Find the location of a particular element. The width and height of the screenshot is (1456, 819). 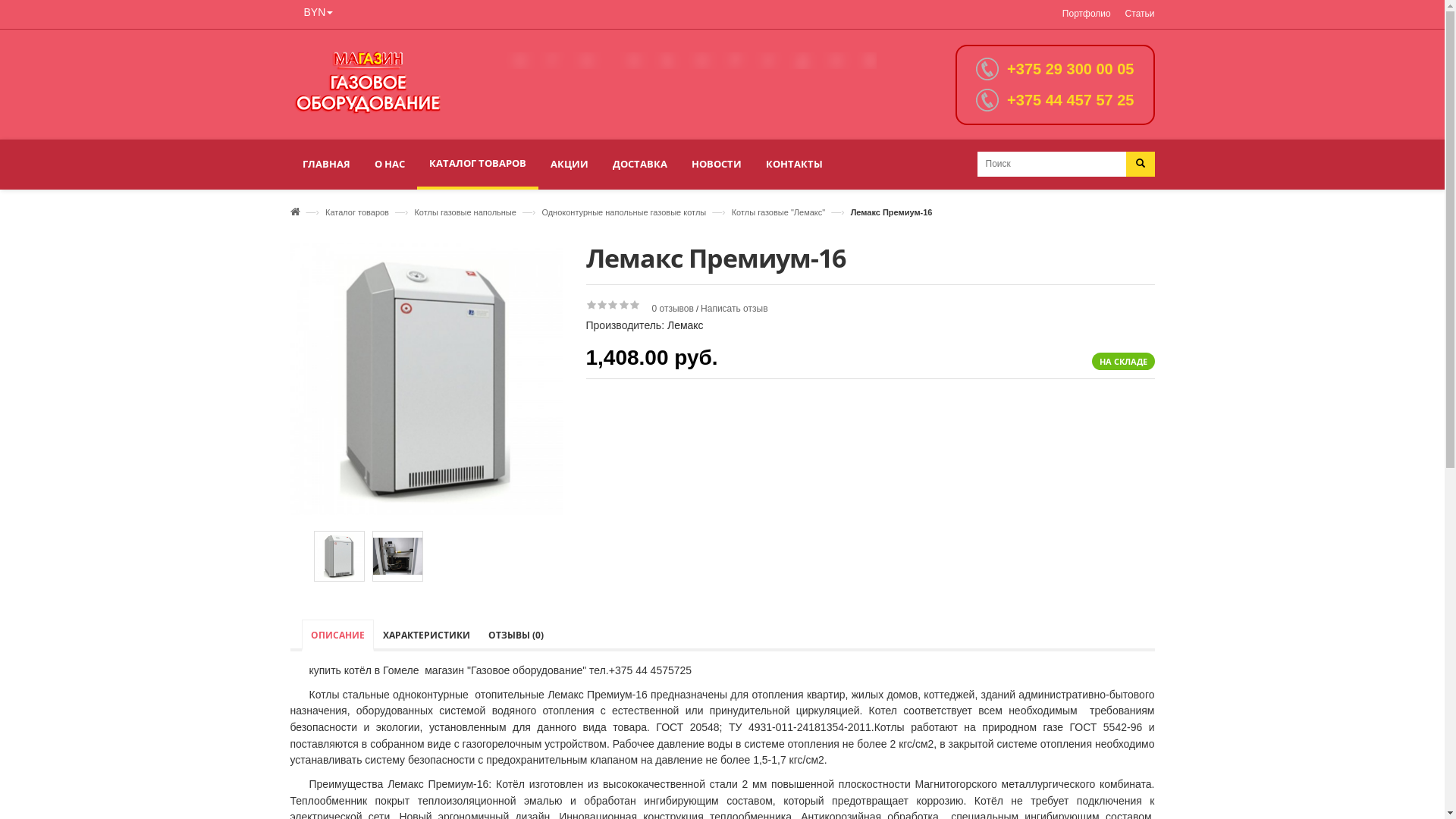

'BYN' is located at coordinates (317, 11).